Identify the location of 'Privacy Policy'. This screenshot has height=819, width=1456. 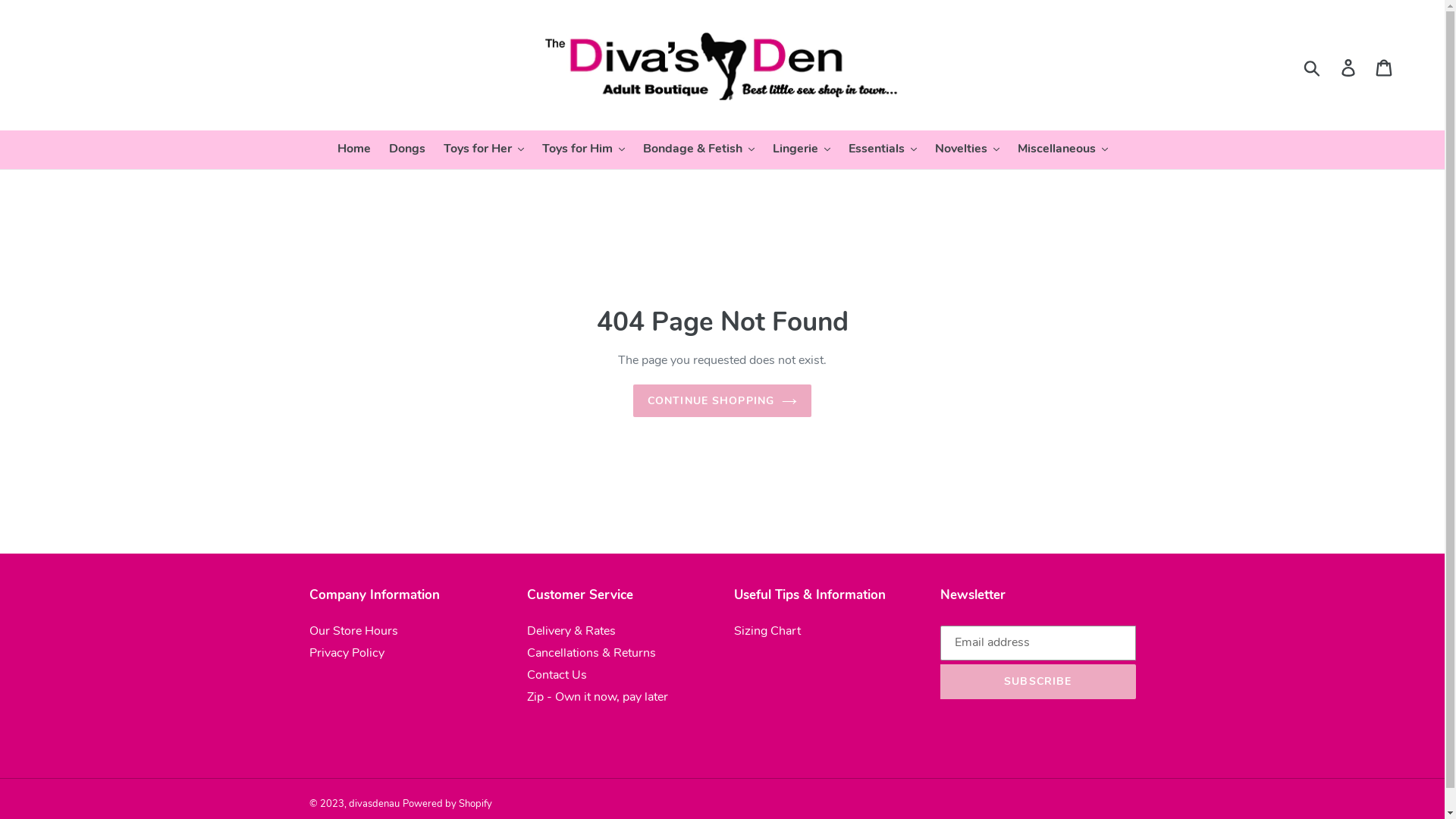
(346, 652).